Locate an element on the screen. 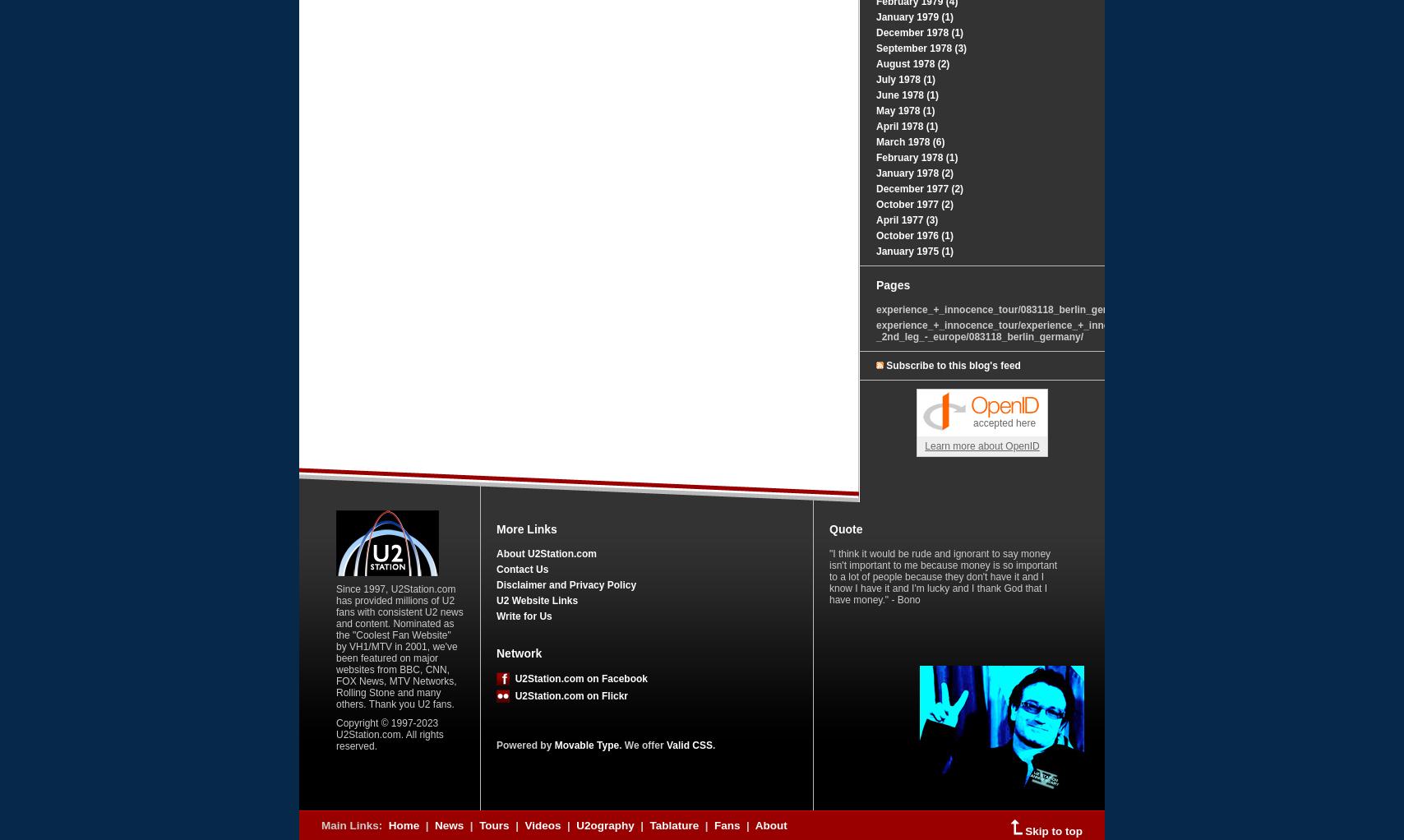 Image resolution: width=1404 pixels, height=840 pixels. 'July 1978 (1)' is located at coordinates (906, 78).